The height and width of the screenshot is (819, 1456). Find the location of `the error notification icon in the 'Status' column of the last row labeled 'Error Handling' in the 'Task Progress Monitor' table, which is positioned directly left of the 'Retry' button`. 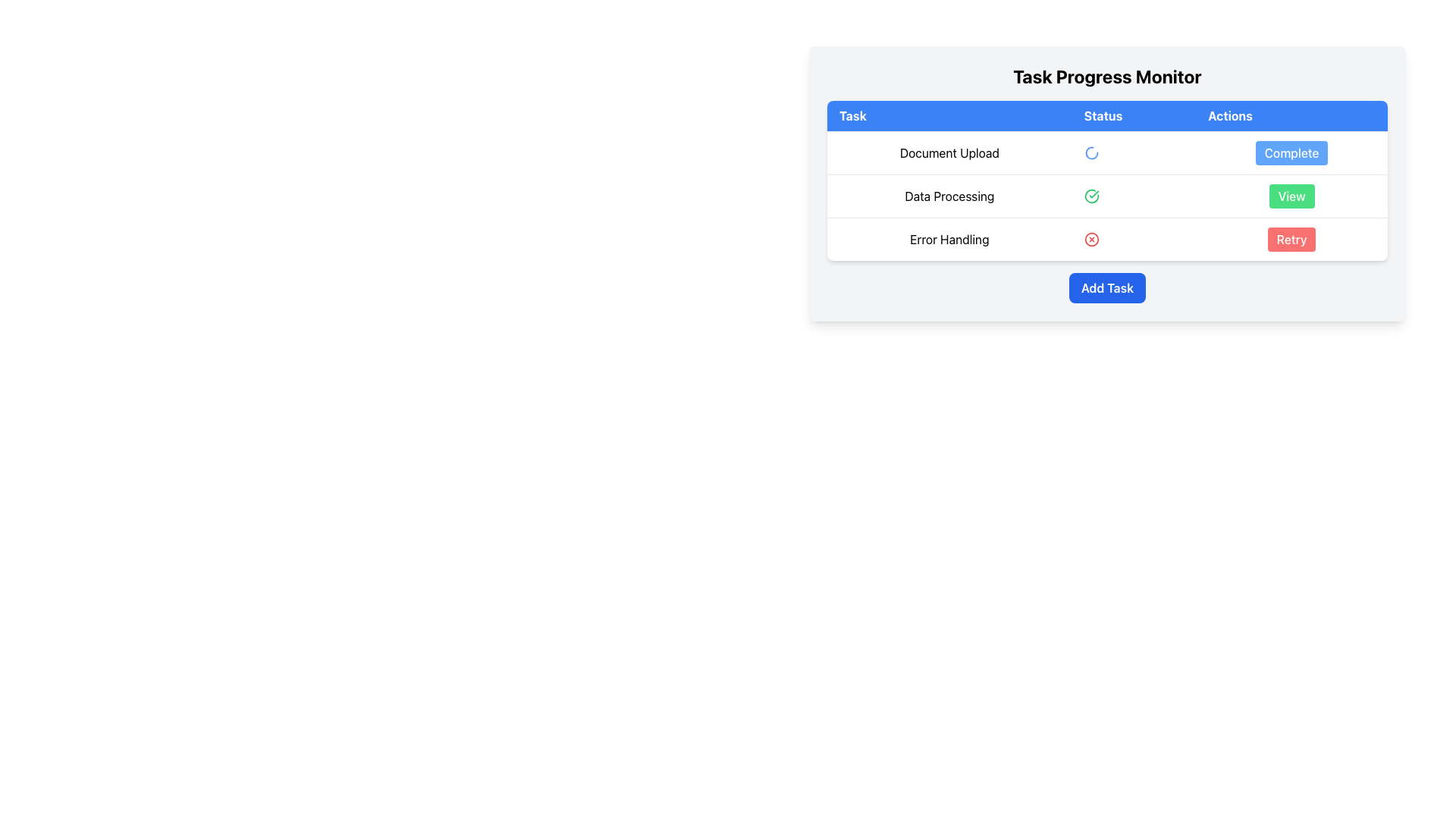

the error notification icon in the 'Status' column of the last row labeled 'Error Handling' in the 'Task Progress Monitor' table, which is positioned directly left of the 'Retry' button is located at coordinates (1090, 239).